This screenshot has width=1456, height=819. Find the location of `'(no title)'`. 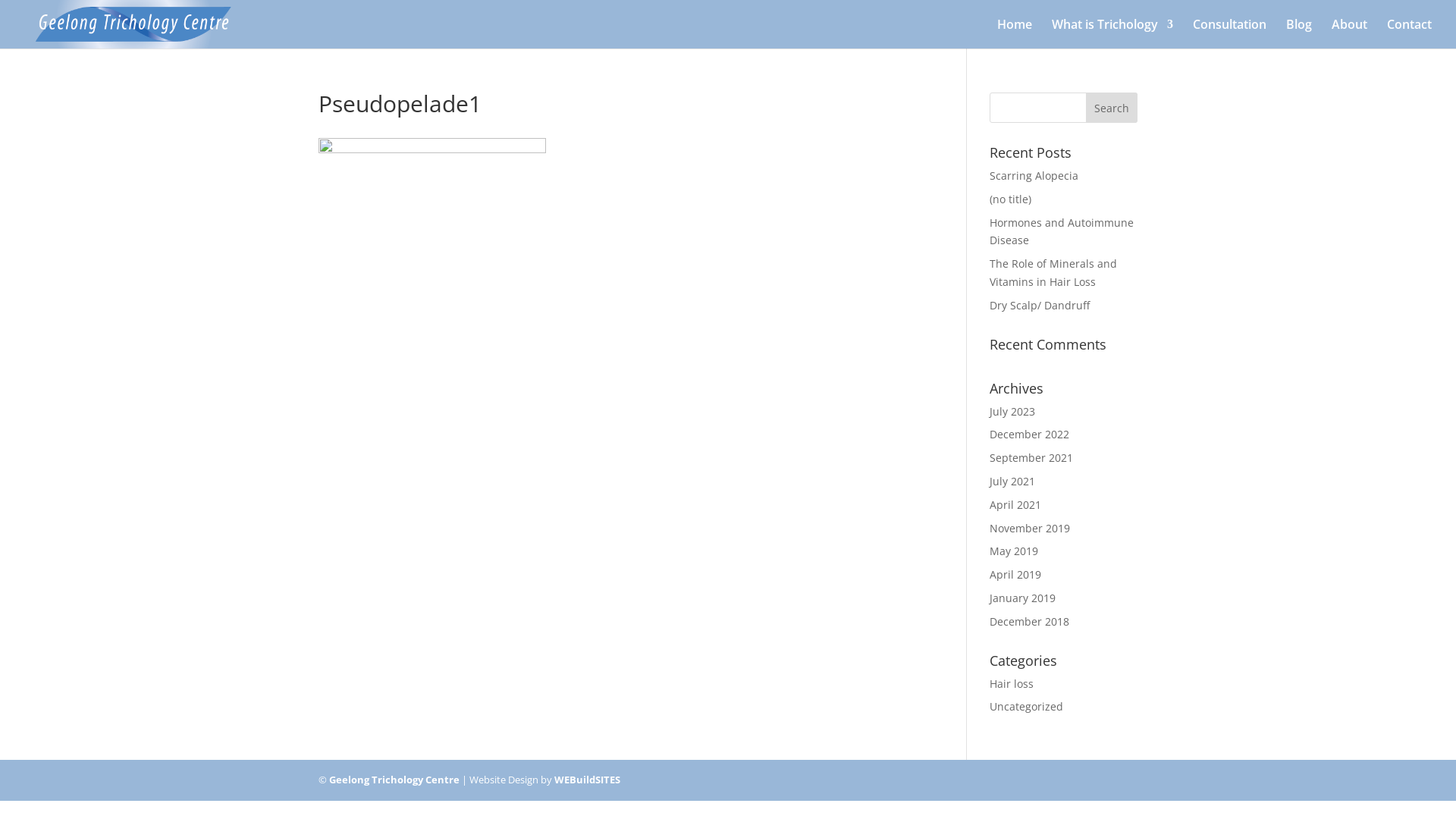

'(no title)' is located at coordinates (1010, 198).